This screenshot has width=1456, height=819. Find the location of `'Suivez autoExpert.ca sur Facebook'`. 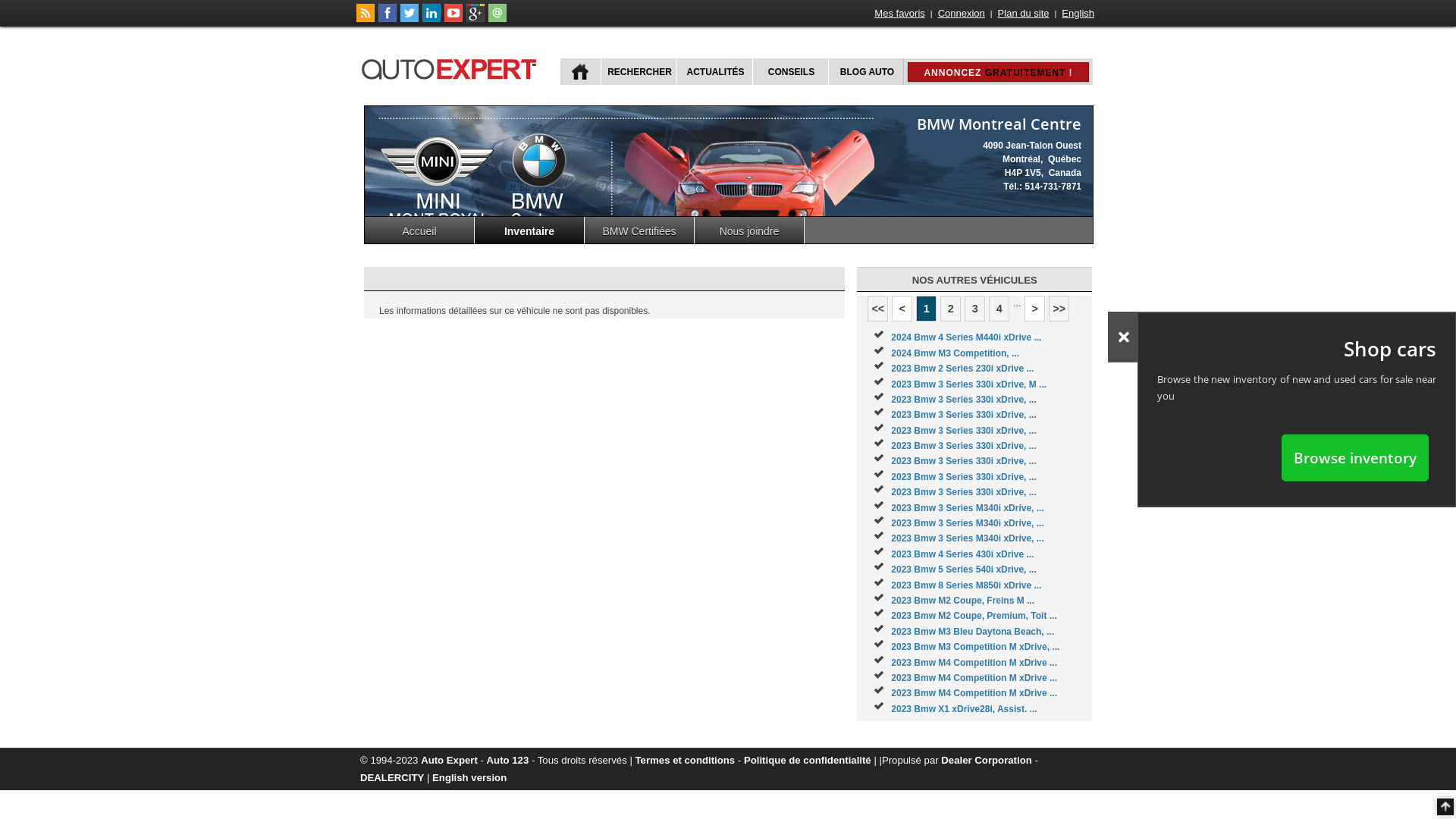

'Suivez autoExpert.ca sur Facebook' is located at coordinates (387, 18).